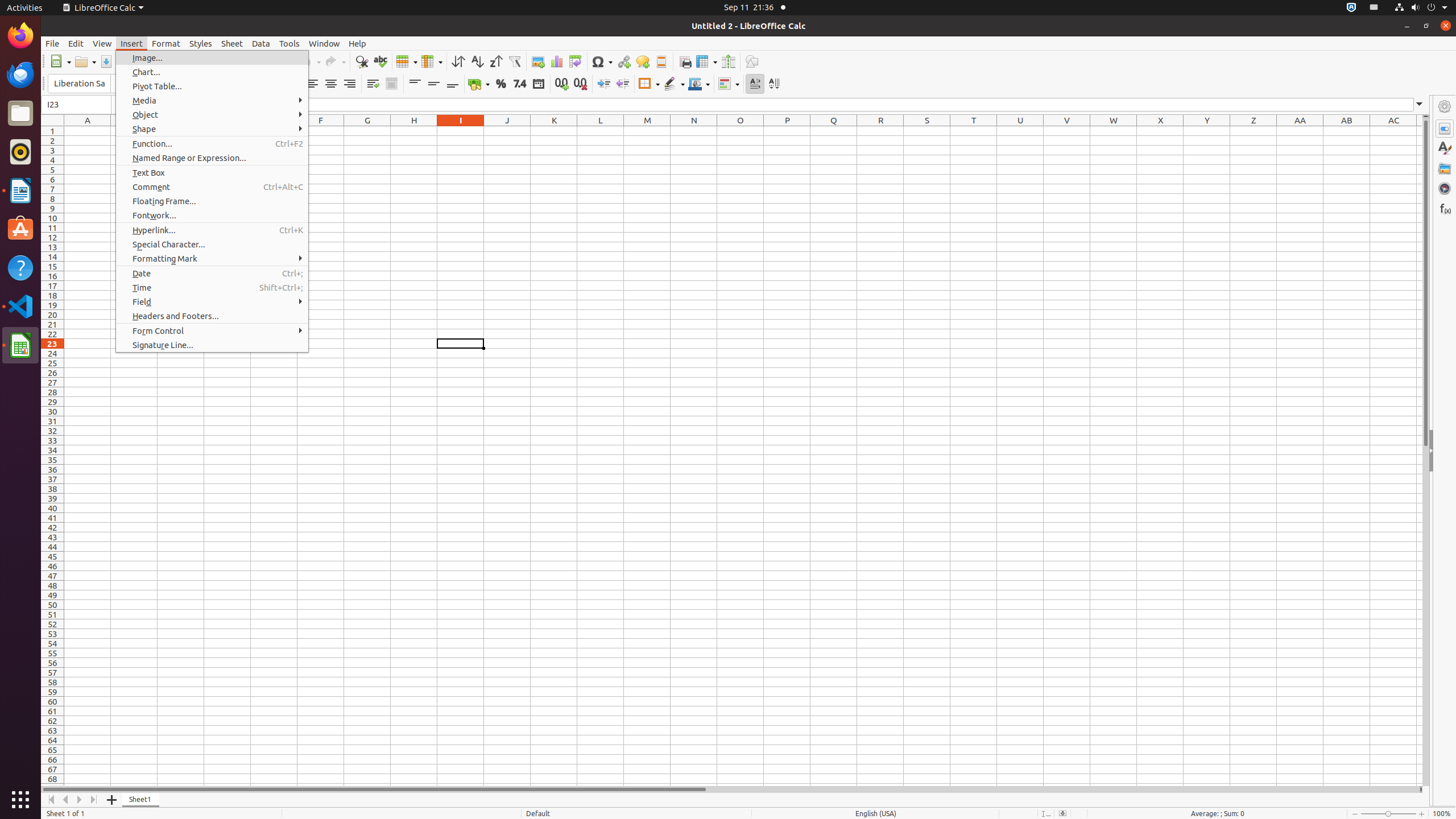  Describe the element at coordinates (603, 83) in the screenshot. I see `'Increase'` at that location.